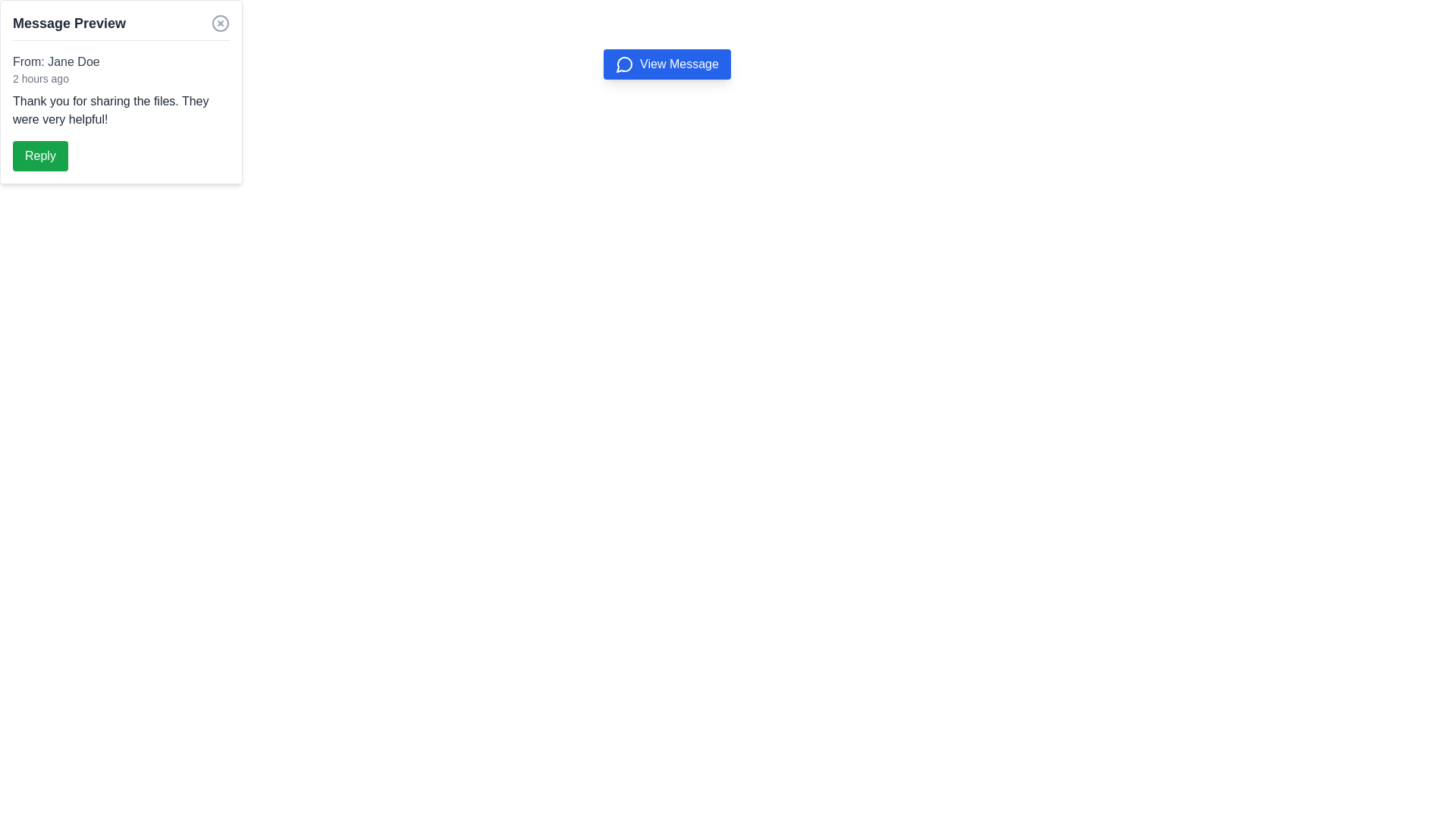 The image size is (1456, 819). I want to click on the speech bubble icon, which is styled in blue and located to the left of the 'View Message' button text, so click(625, 63).